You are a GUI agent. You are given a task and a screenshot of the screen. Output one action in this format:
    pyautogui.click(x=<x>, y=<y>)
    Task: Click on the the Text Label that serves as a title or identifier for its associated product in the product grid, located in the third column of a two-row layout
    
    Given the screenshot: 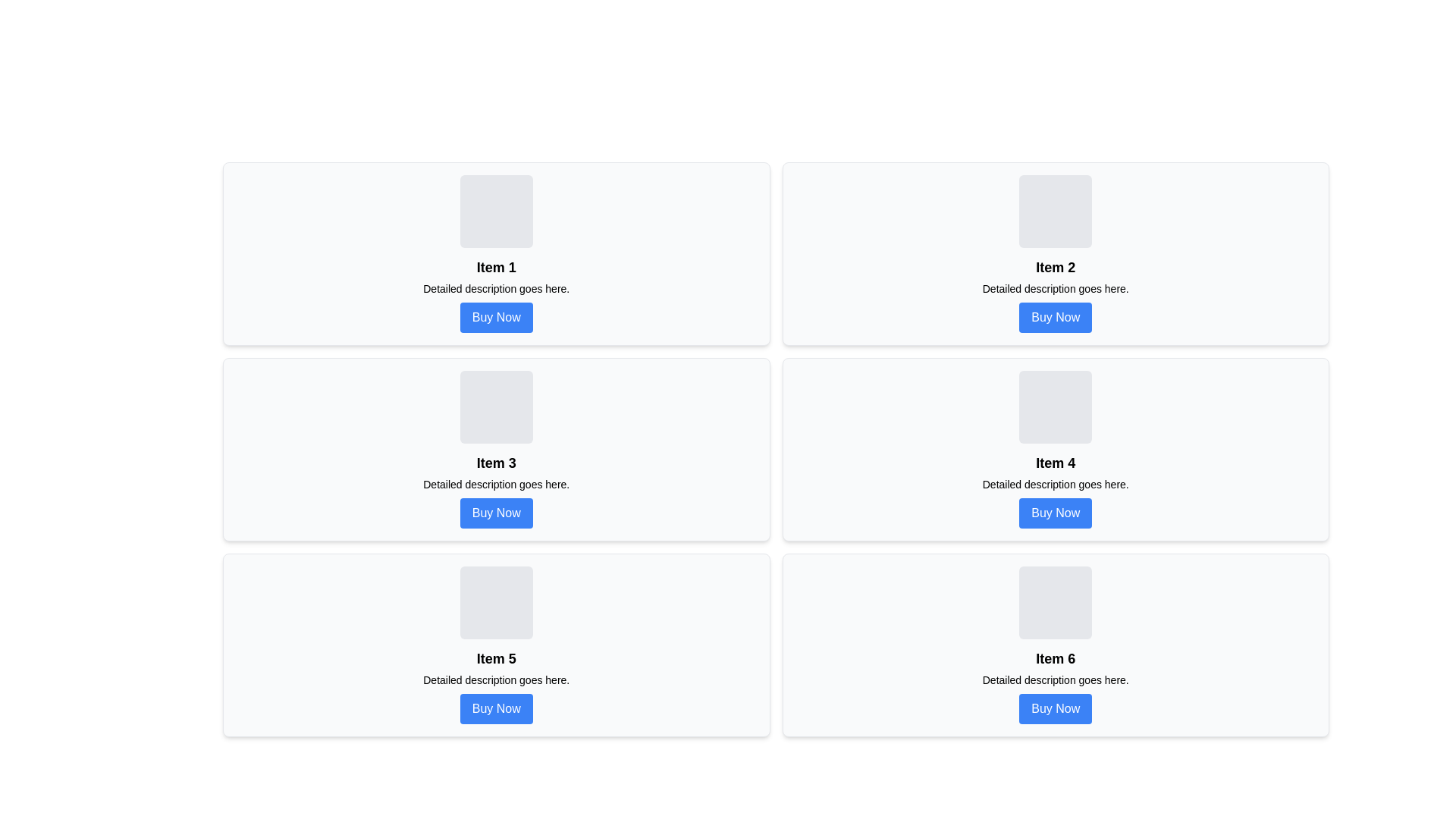 What is the action you would take?
    pyautogui.click(x=1055, y=462)
    